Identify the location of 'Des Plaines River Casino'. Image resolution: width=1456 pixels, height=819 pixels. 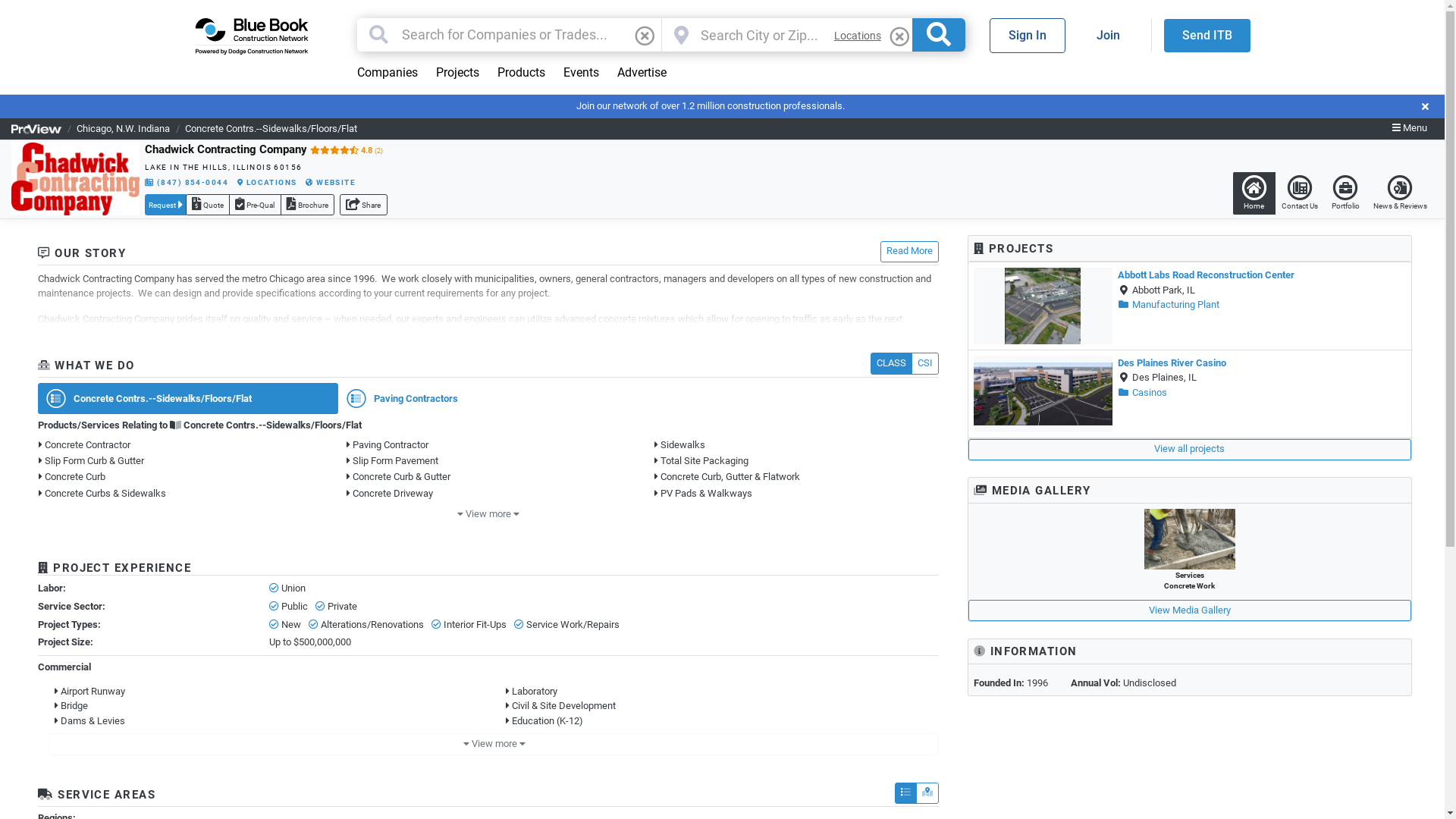
(1171, 362).